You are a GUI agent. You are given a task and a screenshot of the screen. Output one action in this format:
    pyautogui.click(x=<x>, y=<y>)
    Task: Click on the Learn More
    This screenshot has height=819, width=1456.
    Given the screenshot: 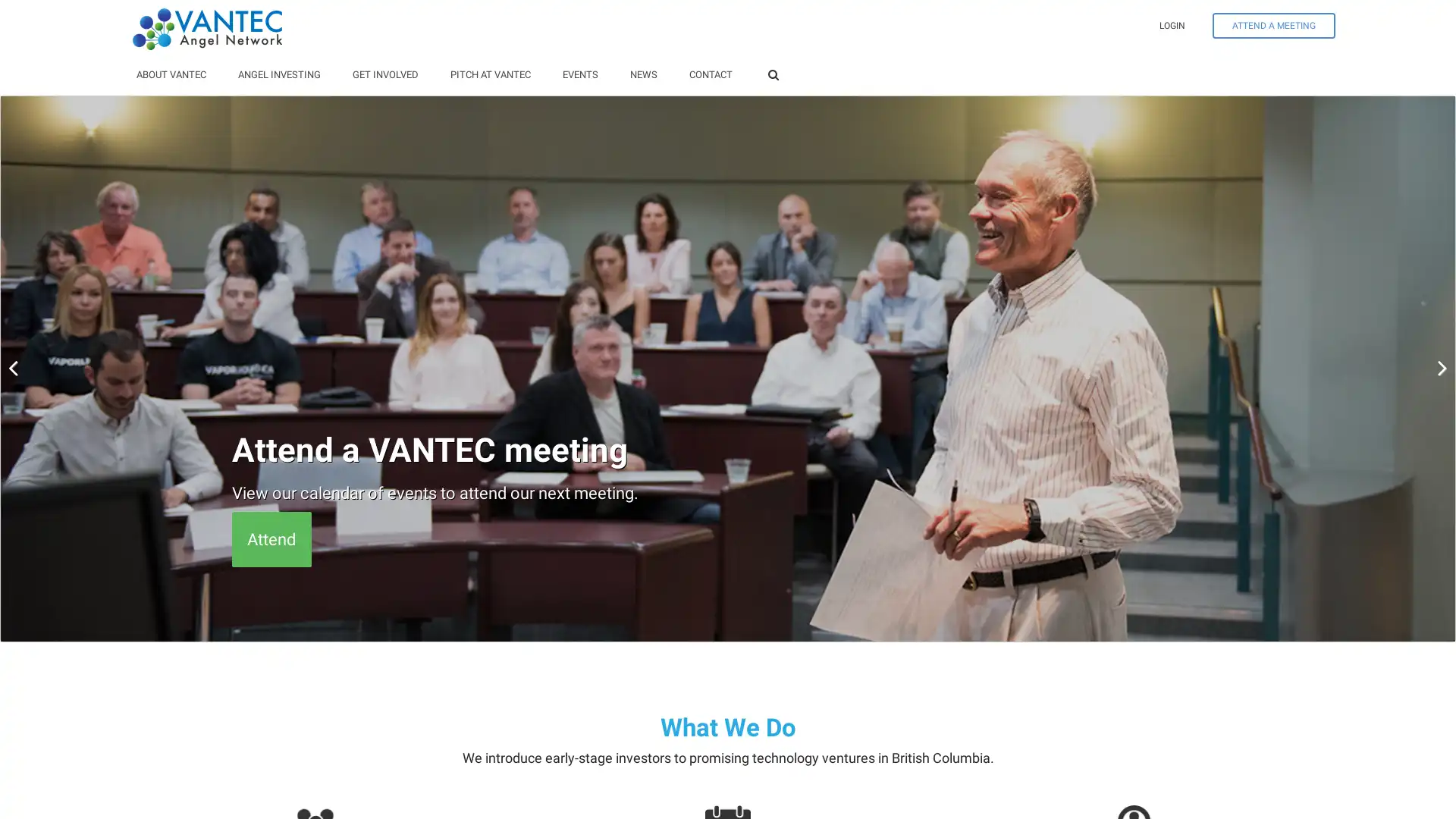 What is the action you would take?
    pyautogui.click(x=289, y=538)
    